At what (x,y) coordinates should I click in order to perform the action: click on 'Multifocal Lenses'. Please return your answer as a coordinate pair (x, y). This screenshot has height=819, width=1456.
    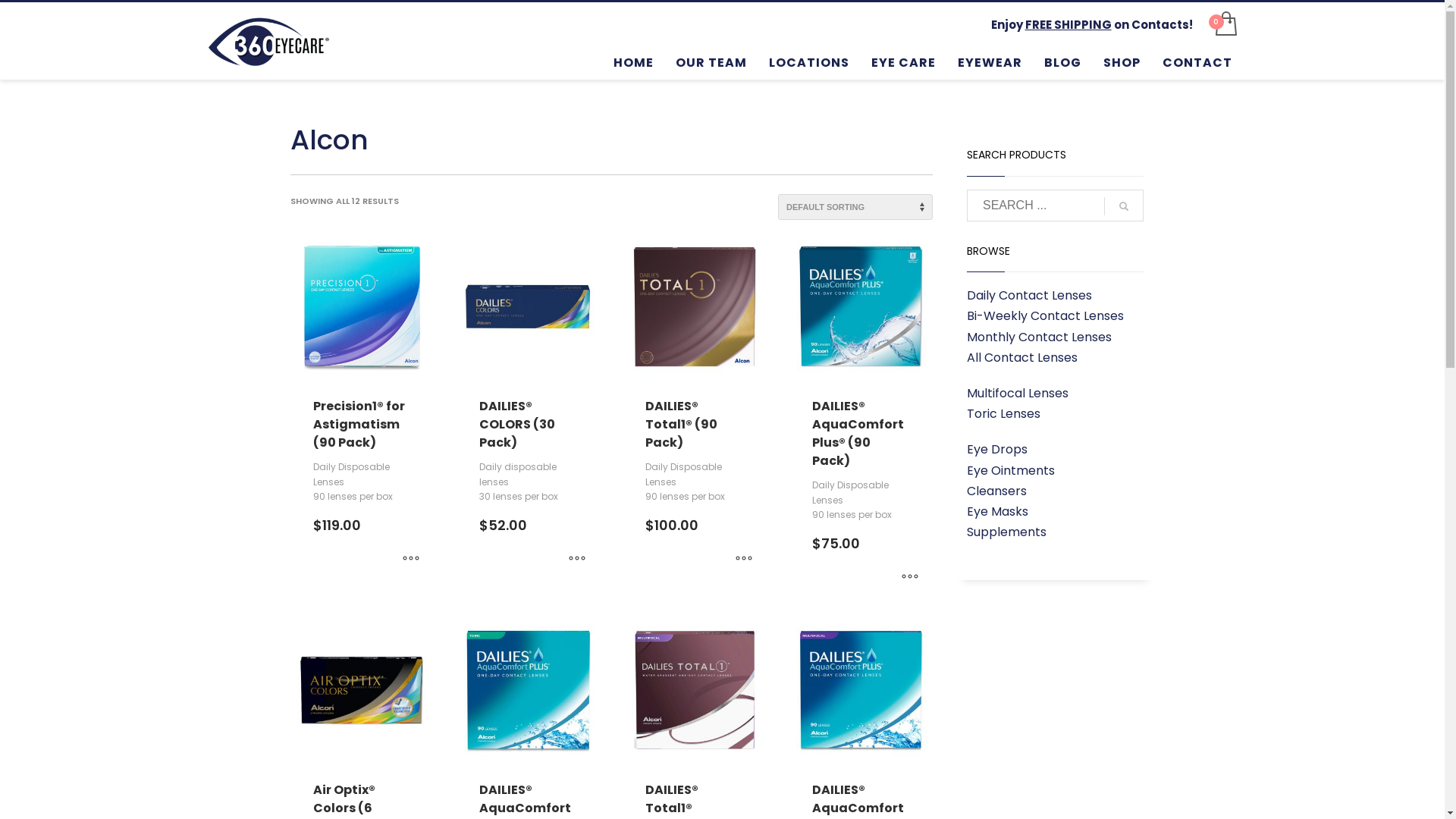
    Looking at the image, I should click on (1018, 392).